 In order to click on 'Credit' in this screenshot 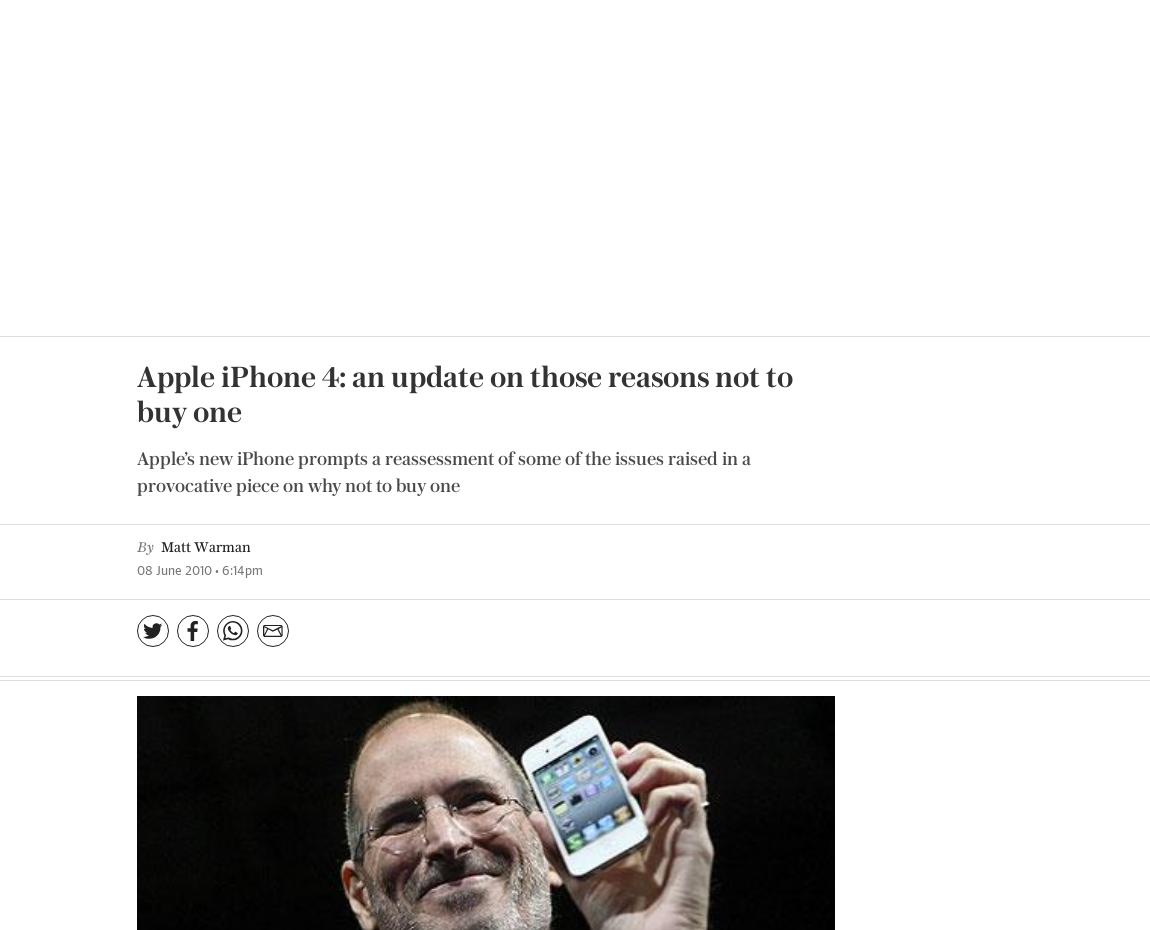, I will do `click(704, 368)`.